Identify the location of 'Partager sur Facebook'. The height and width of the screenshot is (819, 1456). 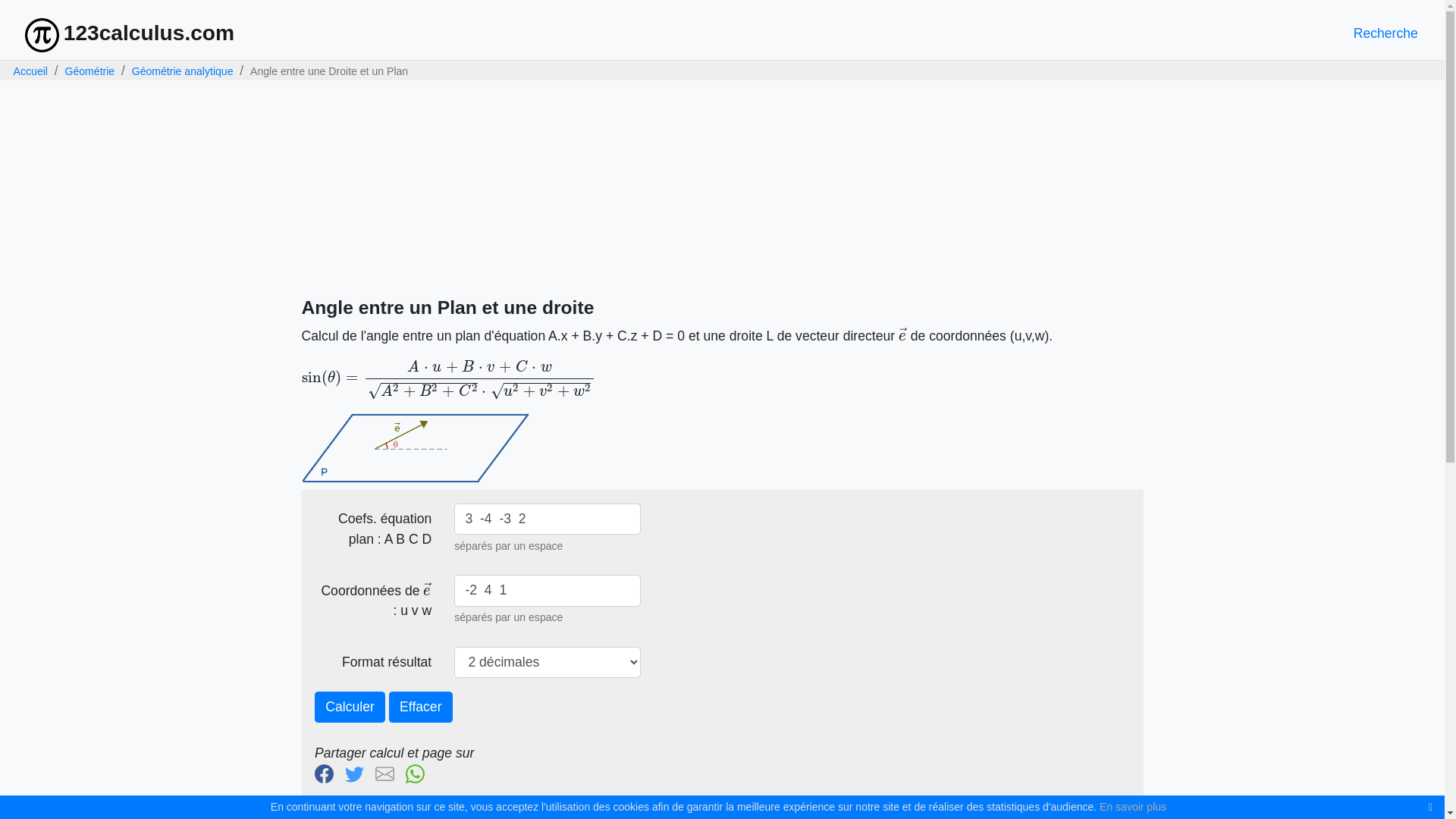
(313, 772).